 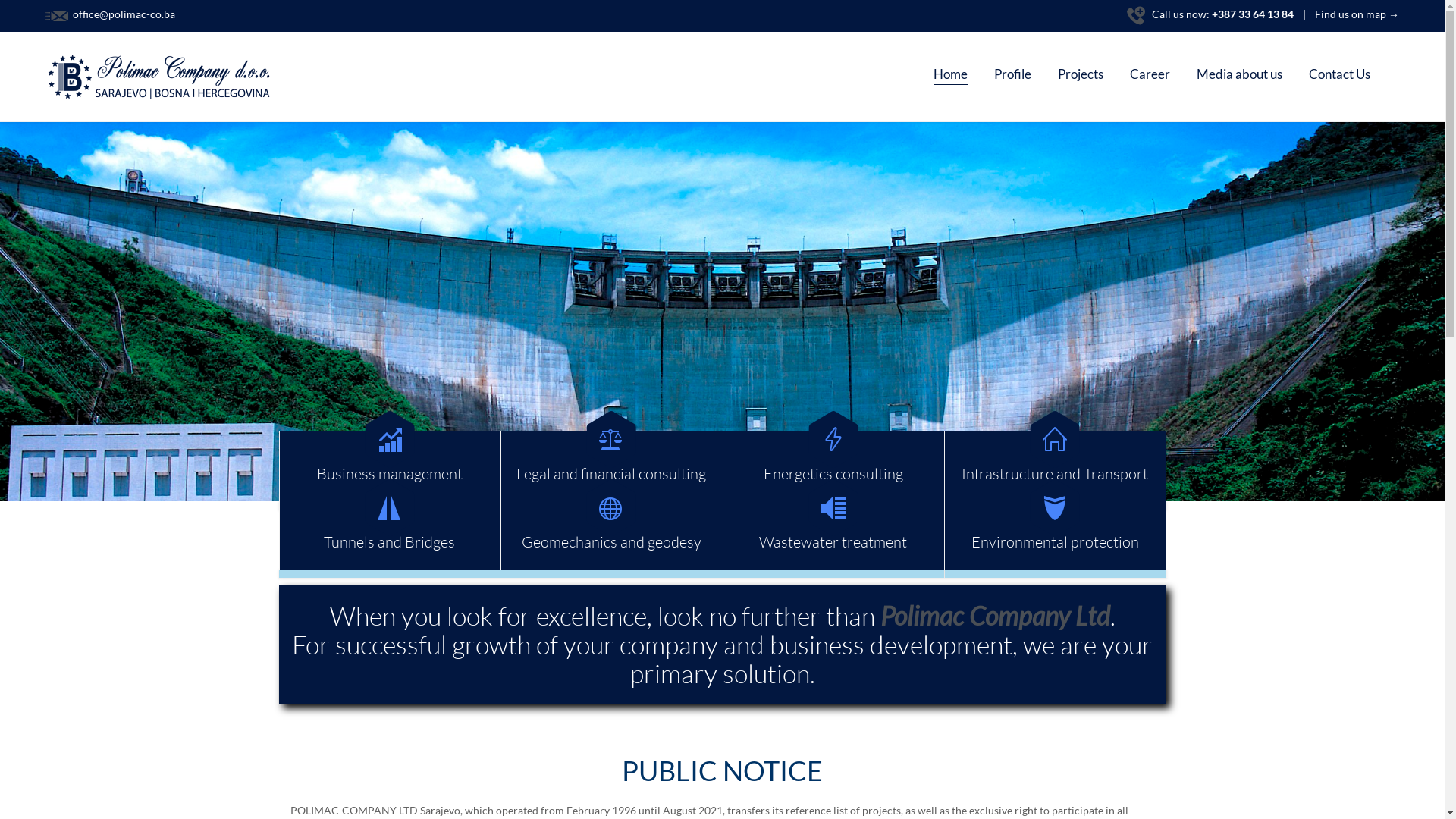 What do you see at coordinates (1196, 76) in the screenshot?
I see `'Media about us'` at bounding box center [1196, 76].